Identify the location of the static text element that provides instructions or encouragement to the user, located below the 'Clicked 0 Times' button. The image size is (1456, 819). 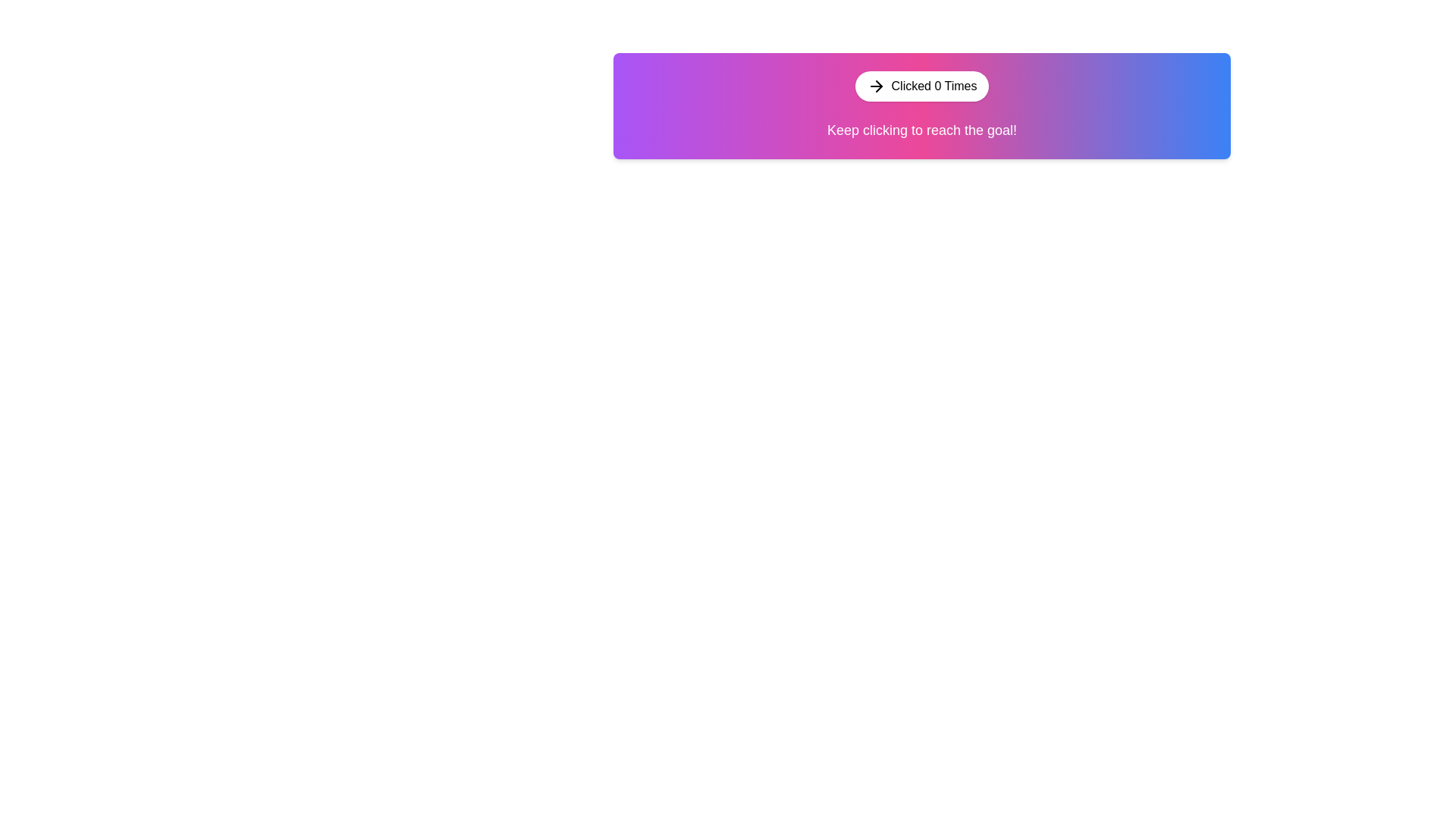
(921, 130).